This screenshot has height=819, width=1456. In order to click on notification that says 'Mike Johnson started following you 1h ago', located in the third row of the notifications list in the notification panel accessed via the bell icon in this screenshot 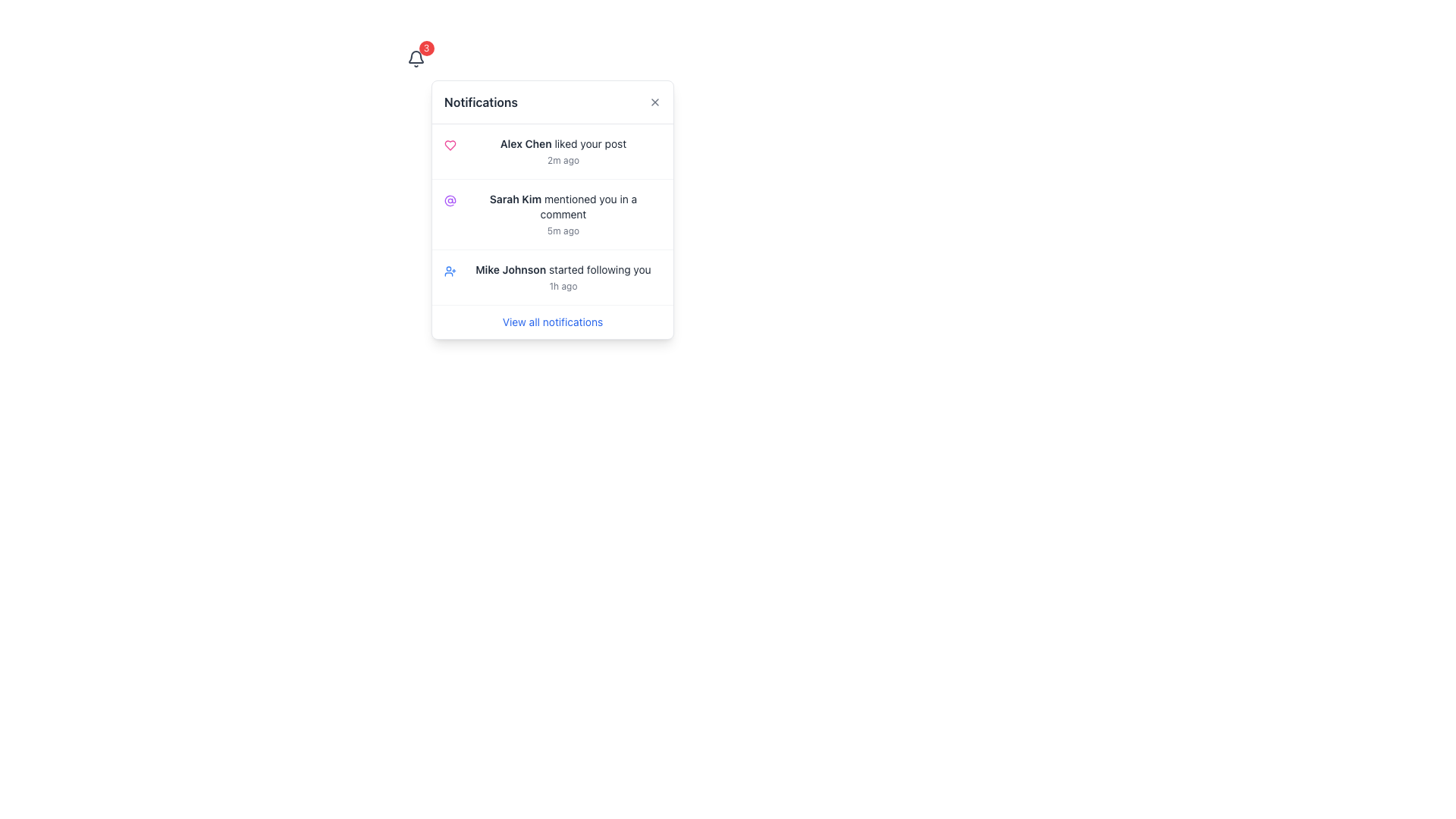, I will do `click(563, 278)`.